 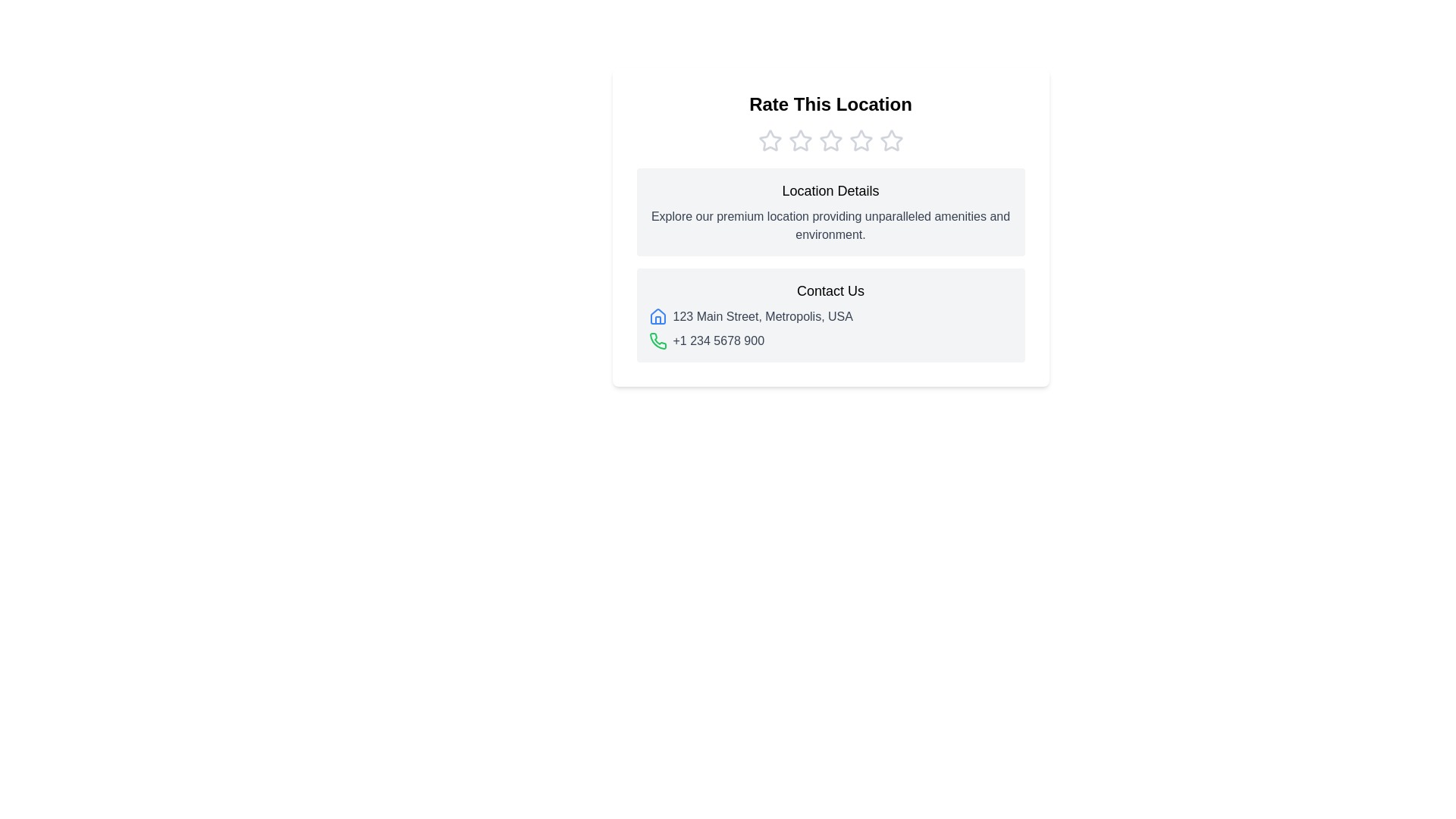 What do you see at coordinates (657, 341) in the screenshot?
I see `the phone icon located just below the 'Contact Us' heading to initiate a call action` at bounding box center [657, 341].